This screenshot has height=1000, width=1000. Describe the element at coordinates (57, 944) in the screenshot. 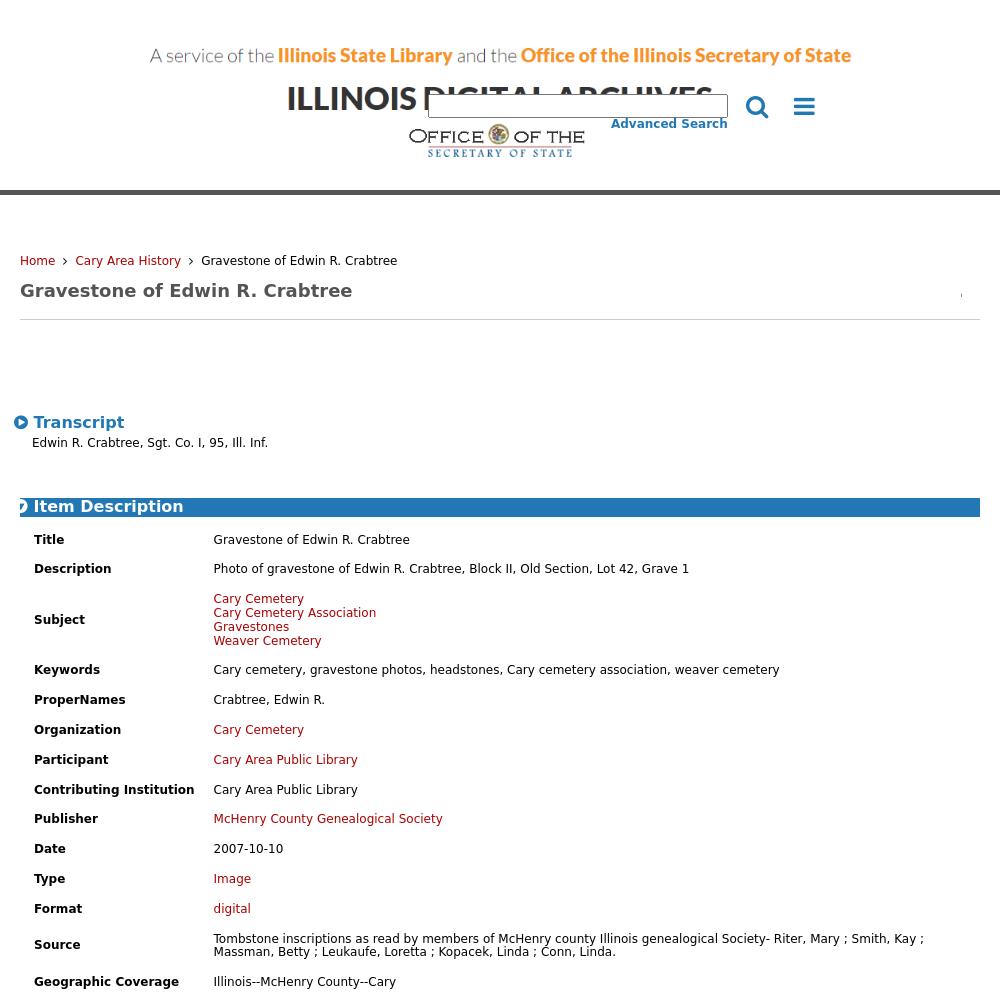

I see `'Source'` at that location.